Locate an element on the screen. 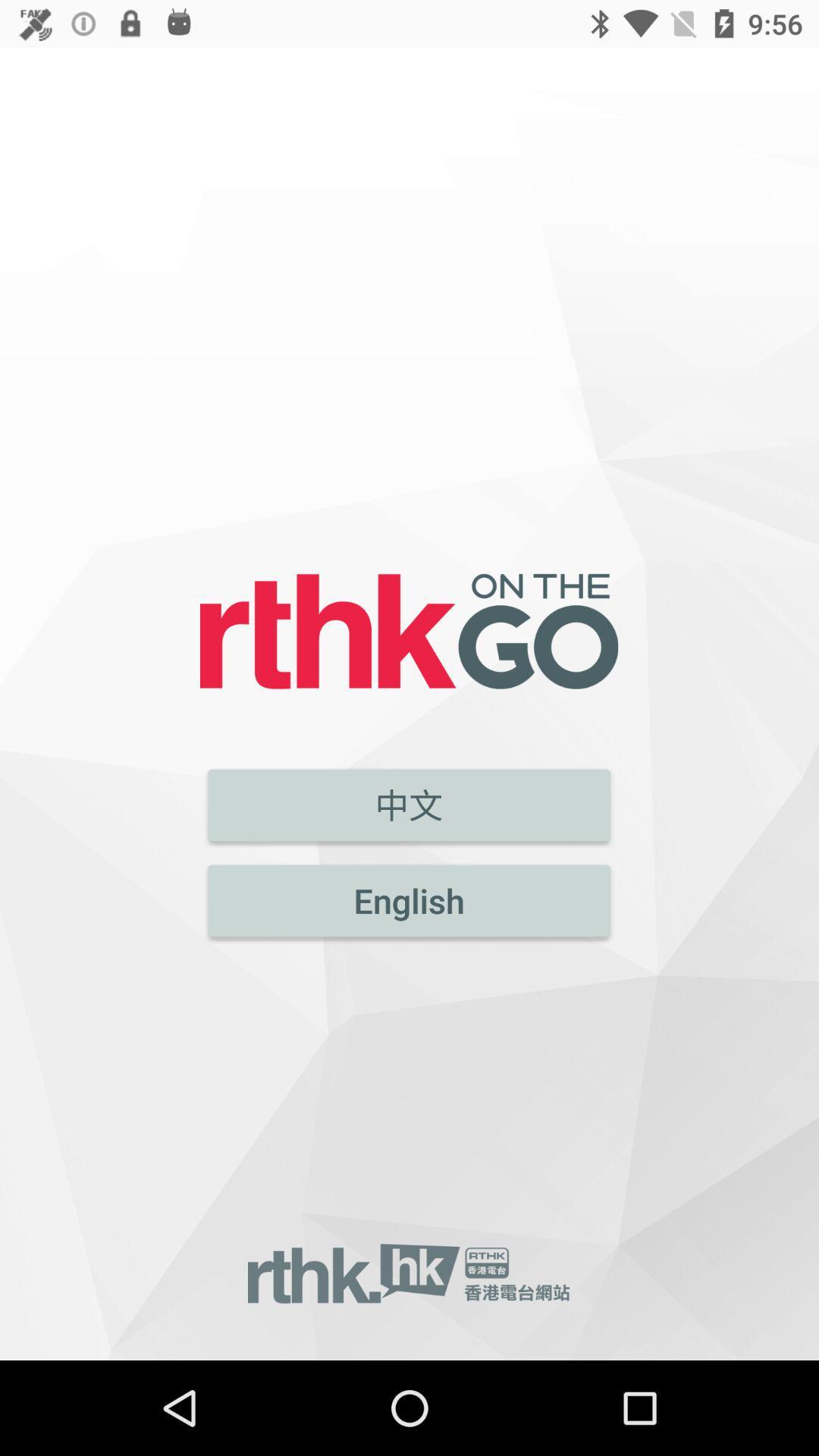 The image size is (819, 1456). english icon is located at coordinates (408, 901).